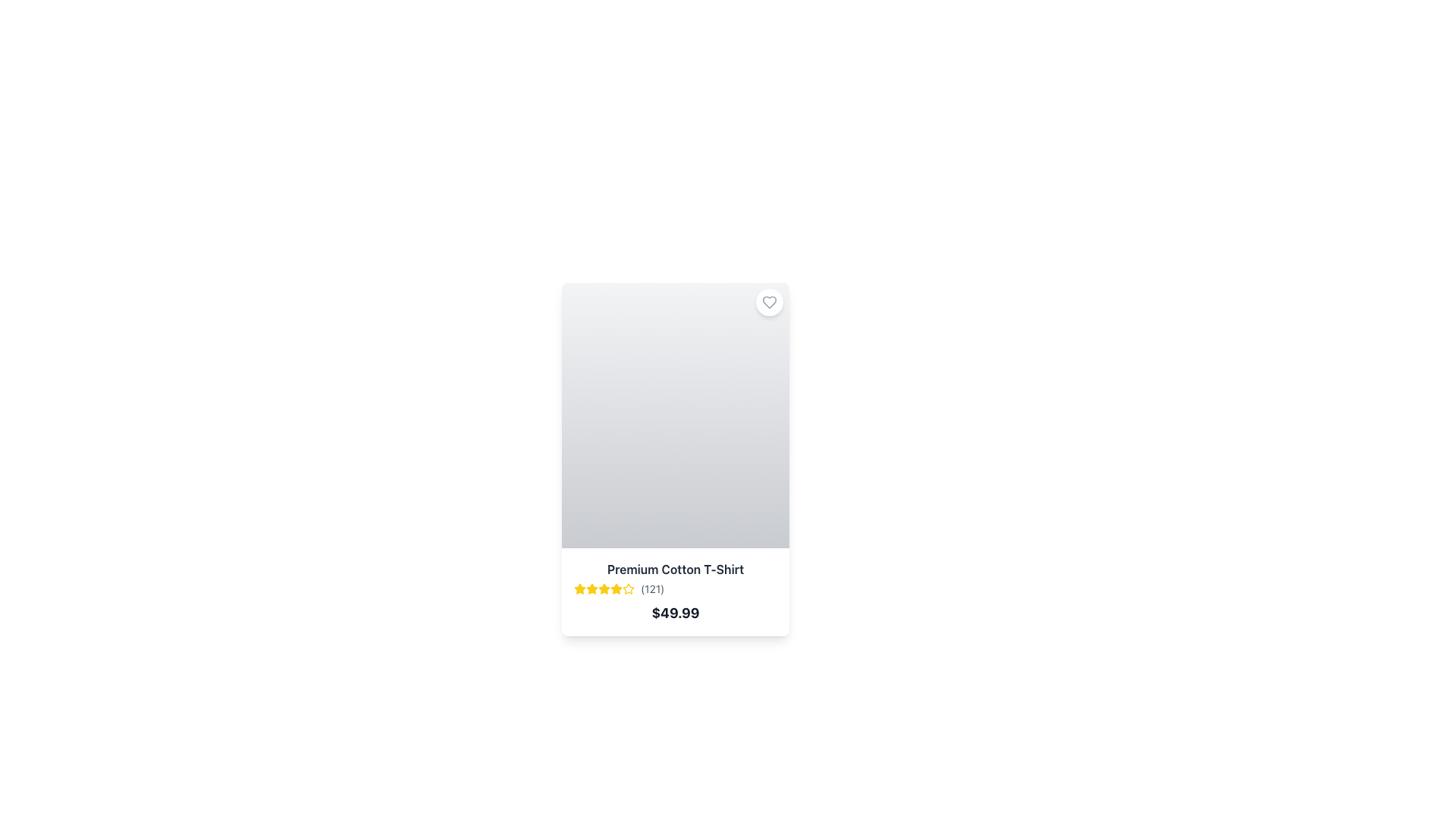 The image size is (1456, 819). Describe the element at coordinates (603, 588) in the screenshot. I see `the fourth star in the star-based rating system to interact with the rating system` at that location.